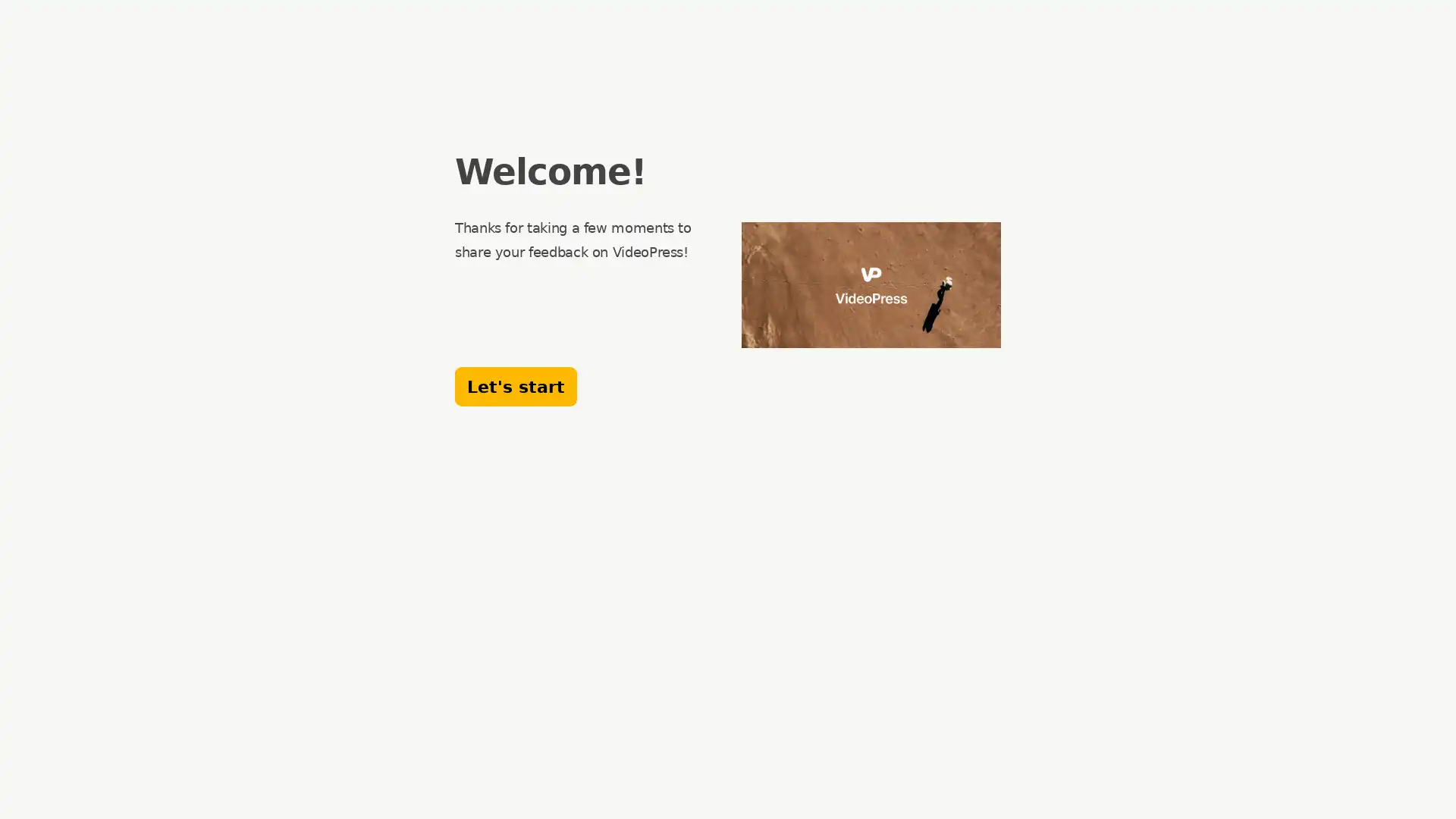  I want to click on Let's start, so click(516, 385).